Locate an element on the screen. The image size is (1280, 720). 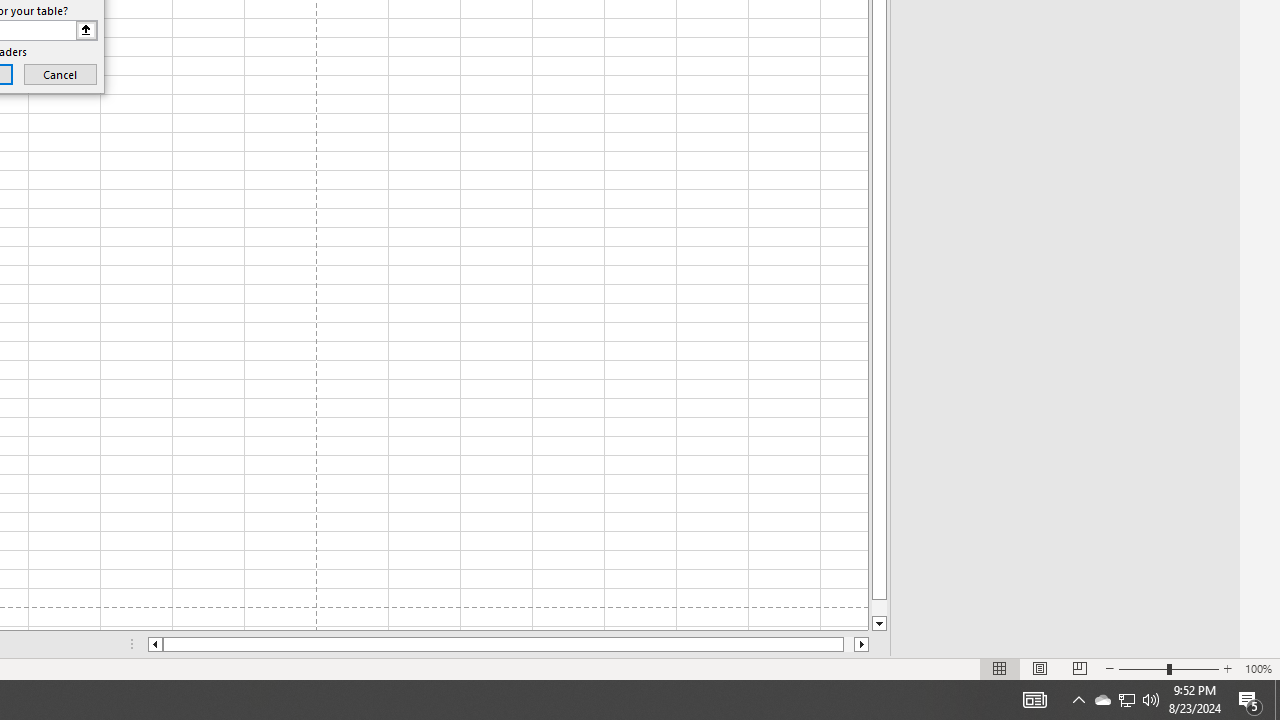
'Page Break Preview' is located at coordinates (1078, 669).